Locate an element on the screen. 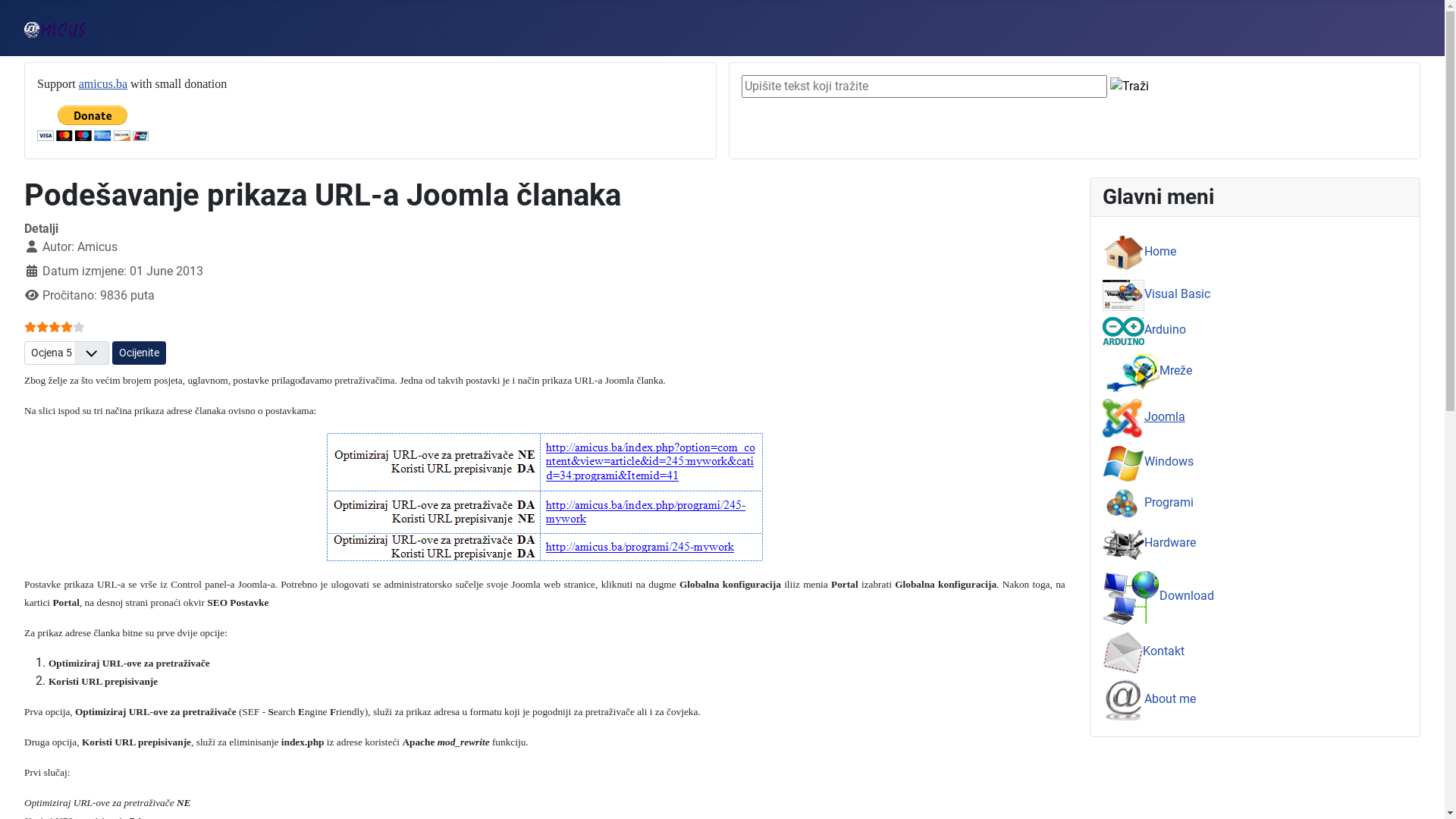  'Kontakt' is located at coordinates (1143, 650).